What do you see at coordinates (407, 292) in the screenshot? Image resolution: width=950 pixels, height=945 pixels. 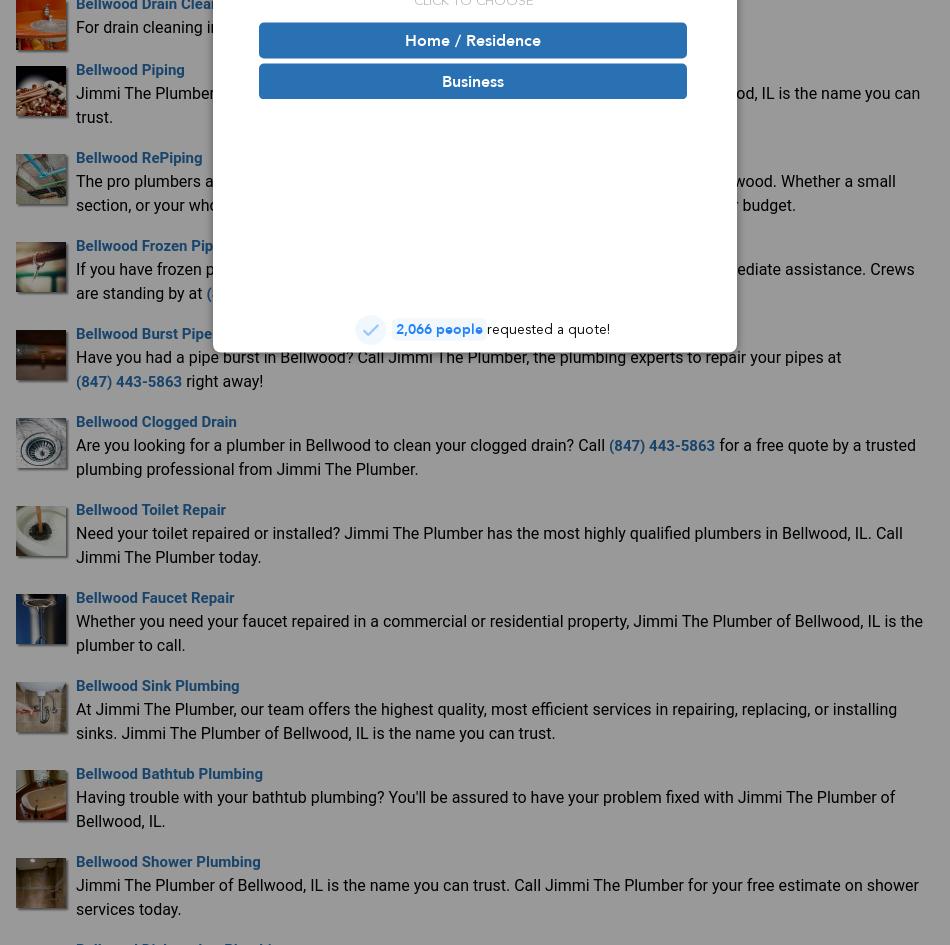 I see `'to repair your frozen pipes!'` at bounding box center [407, 292].